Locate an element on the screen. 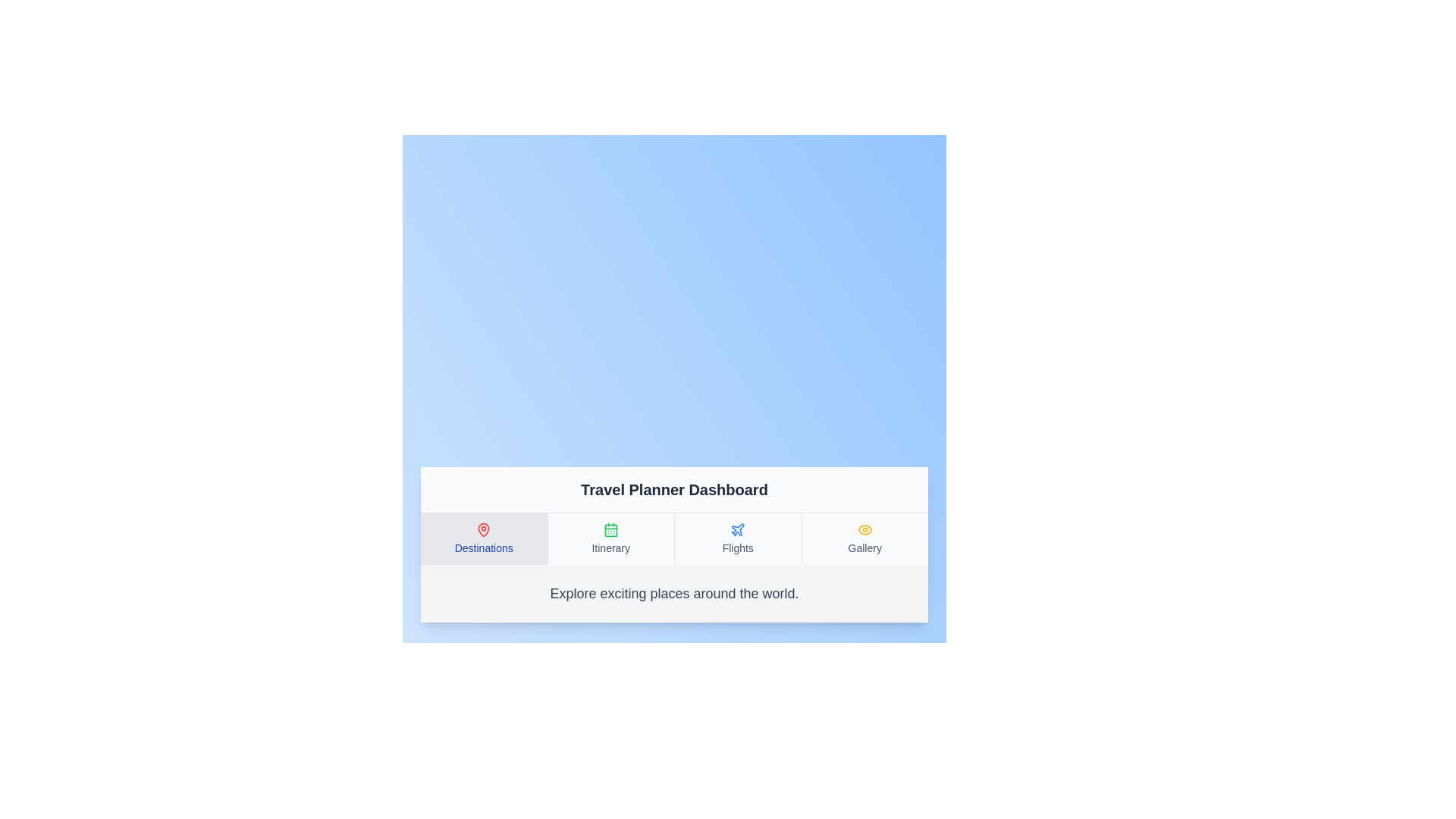 The height and width of the screenshot is (819, 1456). the Header text labeled 'Travel Planner Dashboard', which is the title for the interface and positioned above the navigation options is located at coordinates (673, 489).